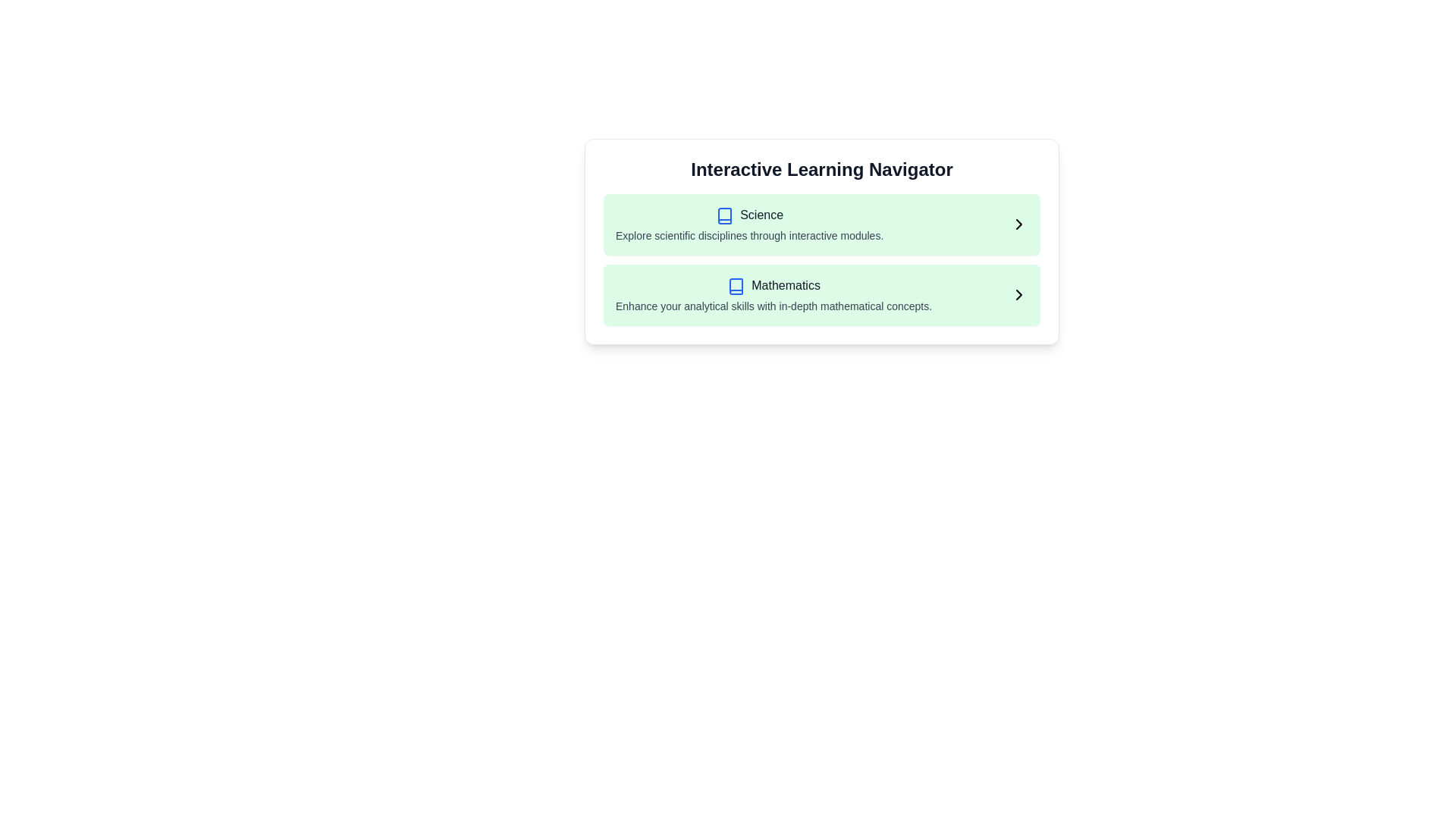 This screenshot has height=819, width=1456. What do you see at coordinates (736, 286) in the screenshot?
I see `the blue book icon, which is located to the left of the 'Mathematics' text label in the second row of the menu panel` at bounding box center [736, 286].